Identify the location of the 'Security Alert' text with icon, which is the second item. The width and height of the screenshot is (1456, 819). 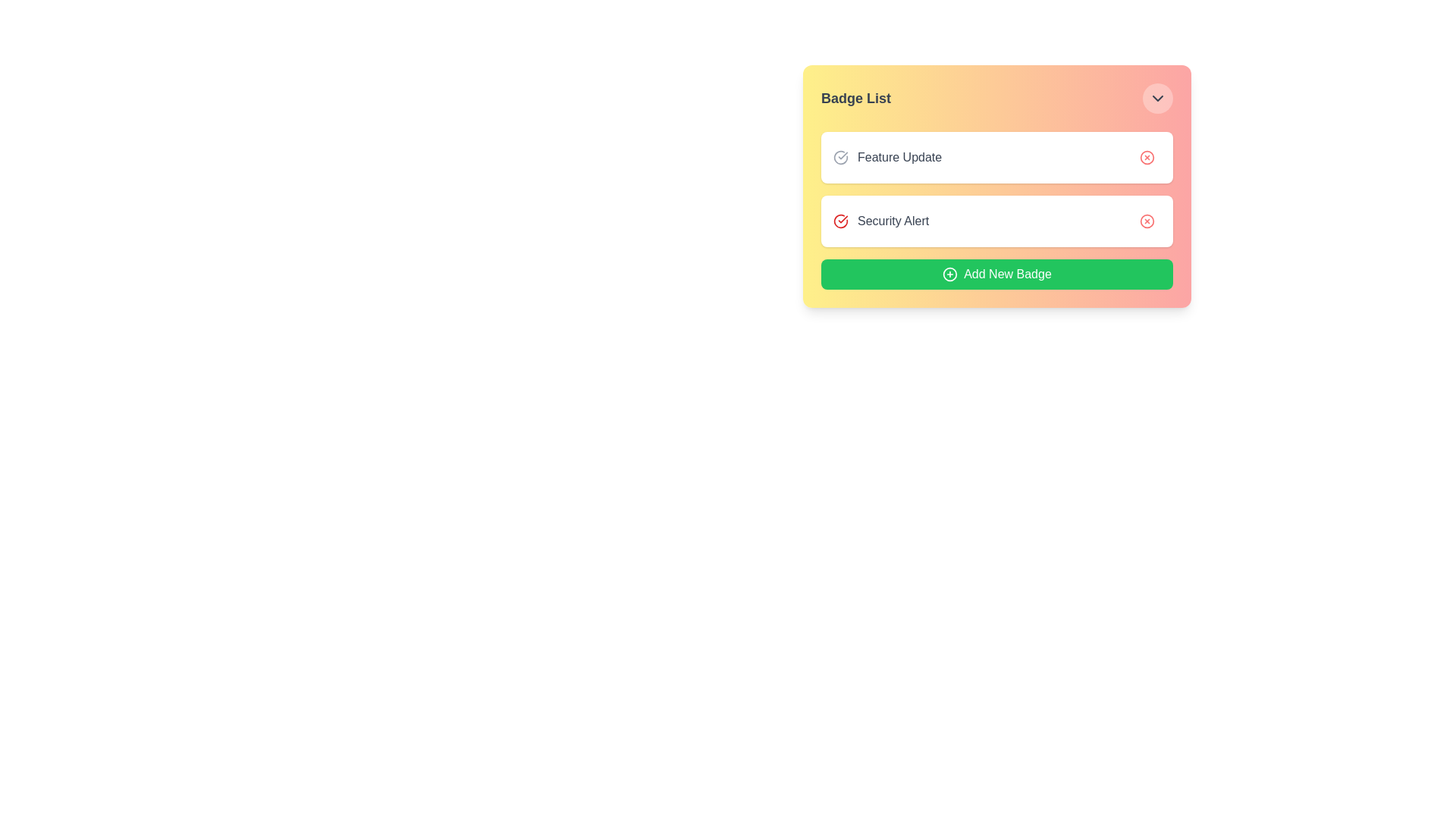
(881, 221).